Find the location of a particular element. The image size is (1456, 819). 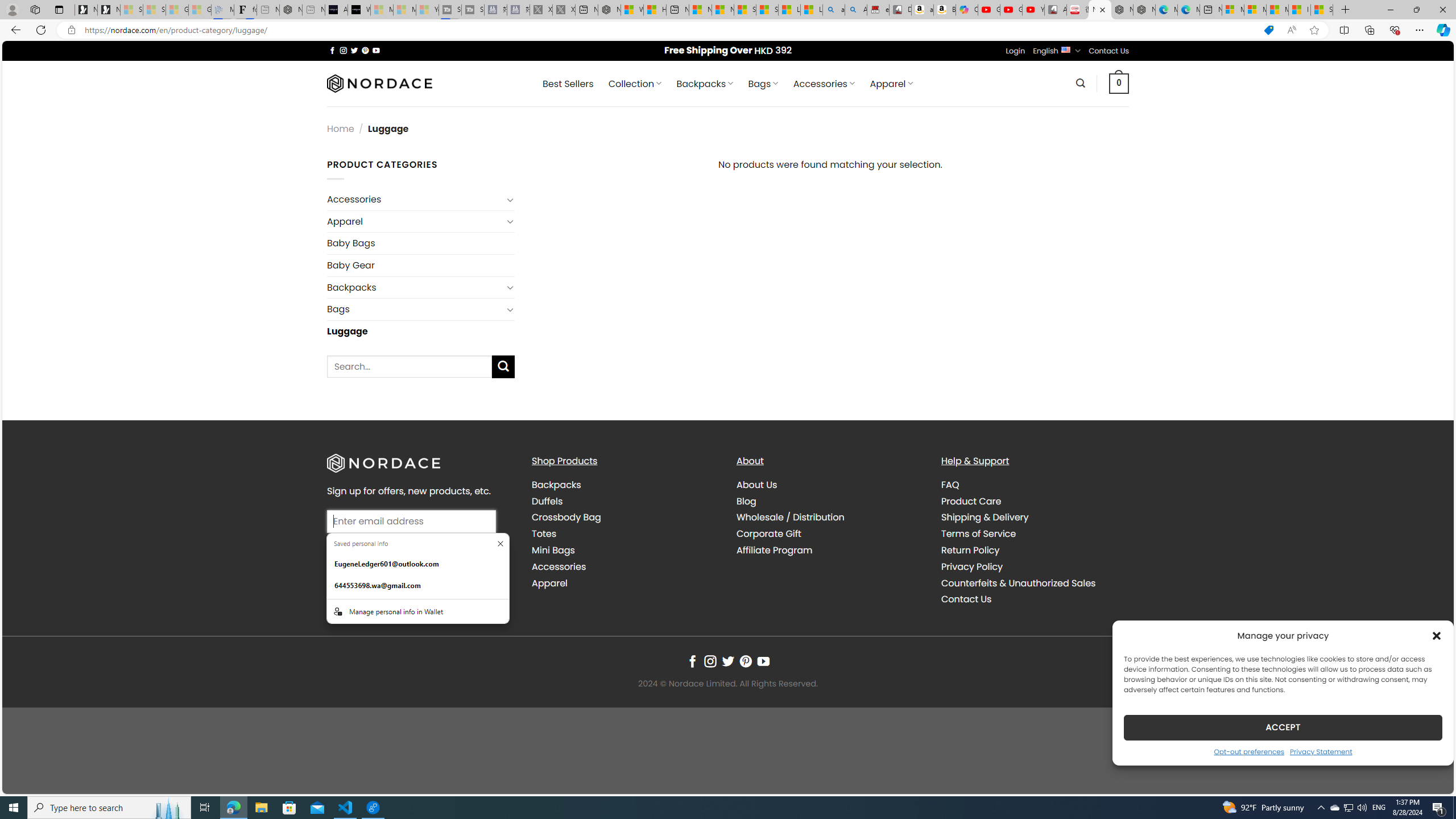

'Copilot (Ctrl+Shift+.)' is located at coordinates (1442, 29).